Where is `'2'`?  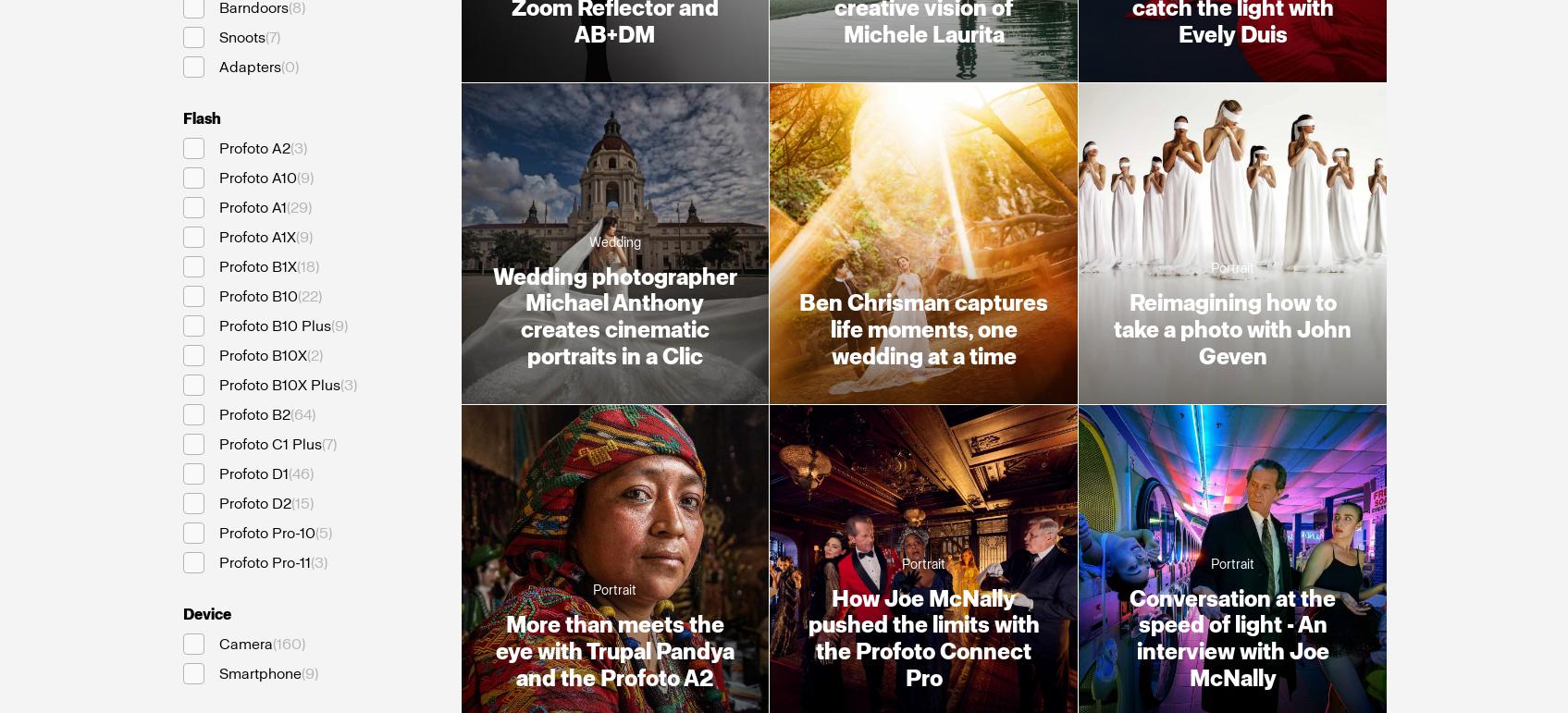
'2' is located at coordinates (313, 354).